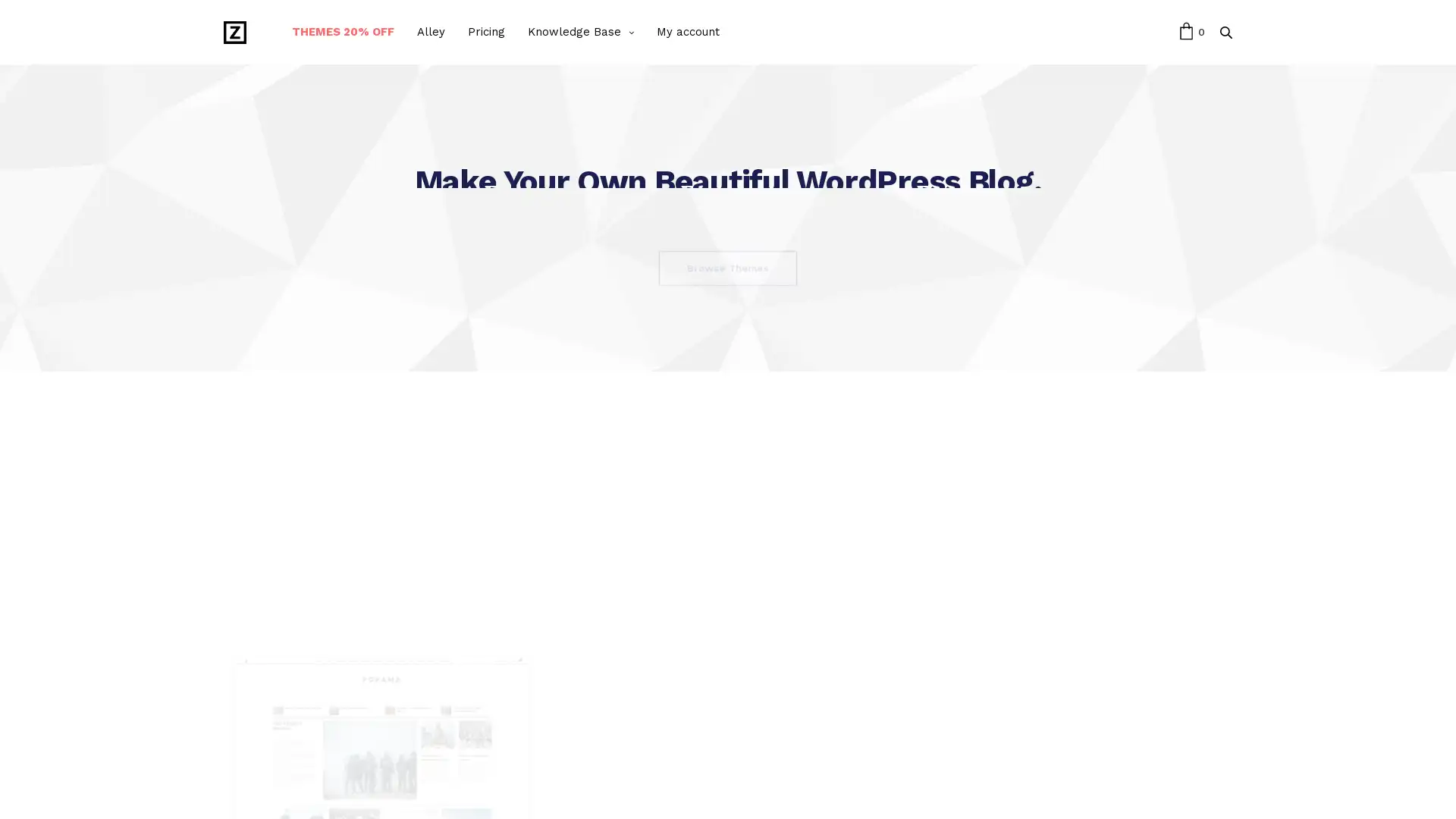  I want to click on Browse Themes, so click(728, 267).